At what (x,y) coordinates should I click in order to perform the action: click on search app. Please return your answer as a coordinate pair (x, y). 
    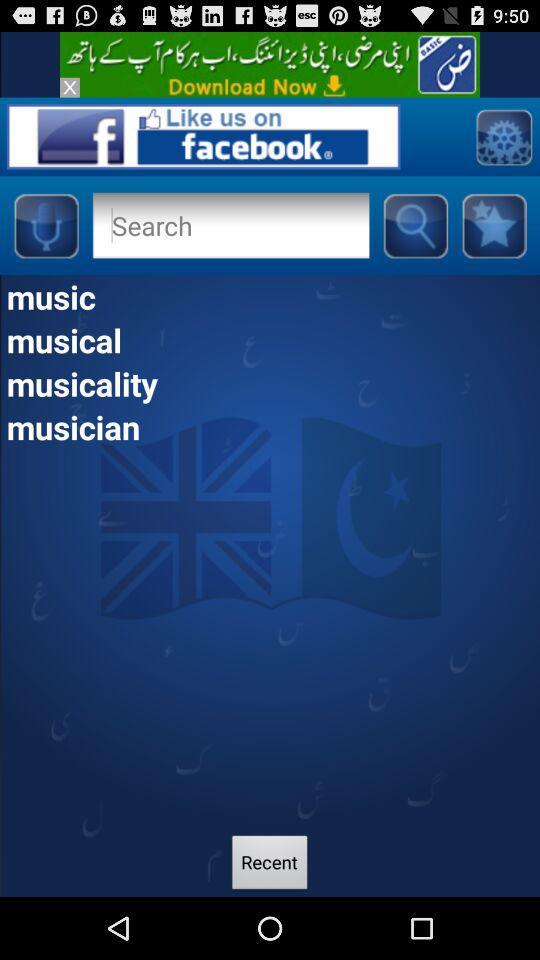
    Looking at the image, I should click on (229, 225).